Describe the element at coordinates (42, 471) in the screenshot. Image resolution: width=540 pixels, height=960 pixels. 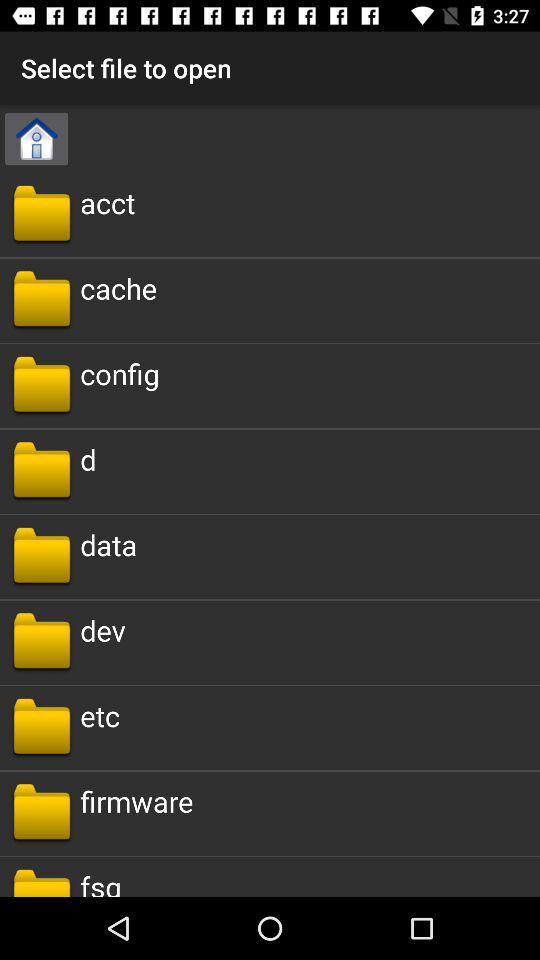
I see `the 4th folder icon on the top left corner of the web page` at that location.